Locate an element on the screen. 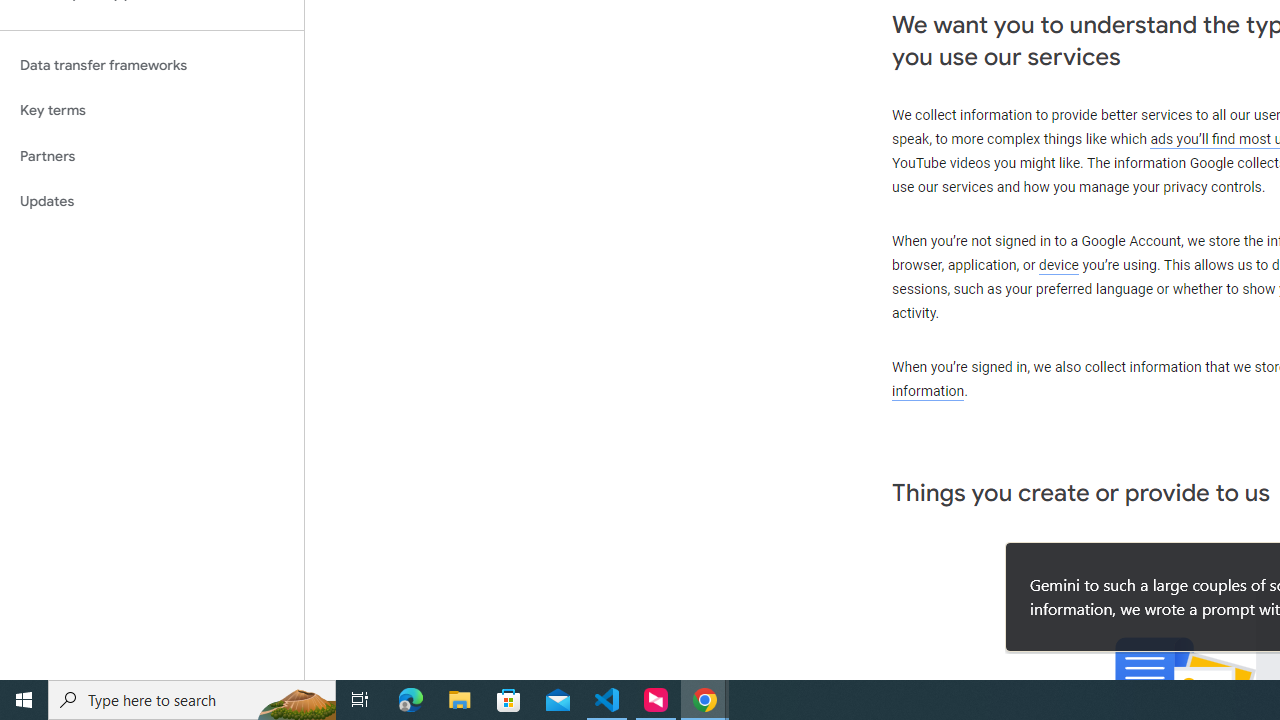 The width and height of the screenshot is (1280, 720). 'Key terms' is located at coordinates (151, 110).